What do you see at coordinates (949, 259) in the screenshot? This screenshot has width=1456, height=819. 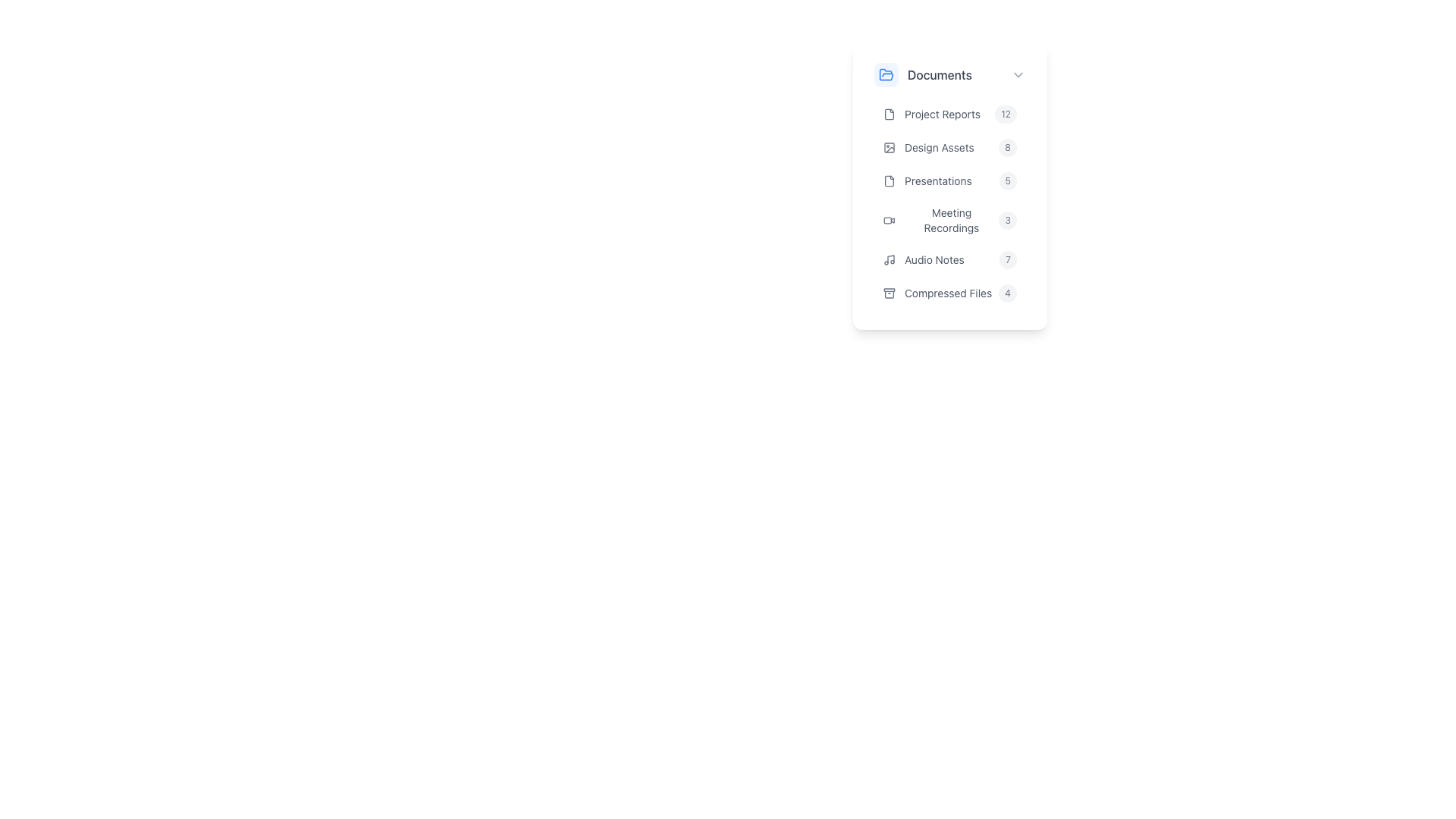 I see `the fifth list item in the 'Documents' sidebar menu, which has a light gray background, contains a musical note icon, the text 'Audio Notes', and the number '7' in a rounded rectangle` at bounding box center [949, 259].